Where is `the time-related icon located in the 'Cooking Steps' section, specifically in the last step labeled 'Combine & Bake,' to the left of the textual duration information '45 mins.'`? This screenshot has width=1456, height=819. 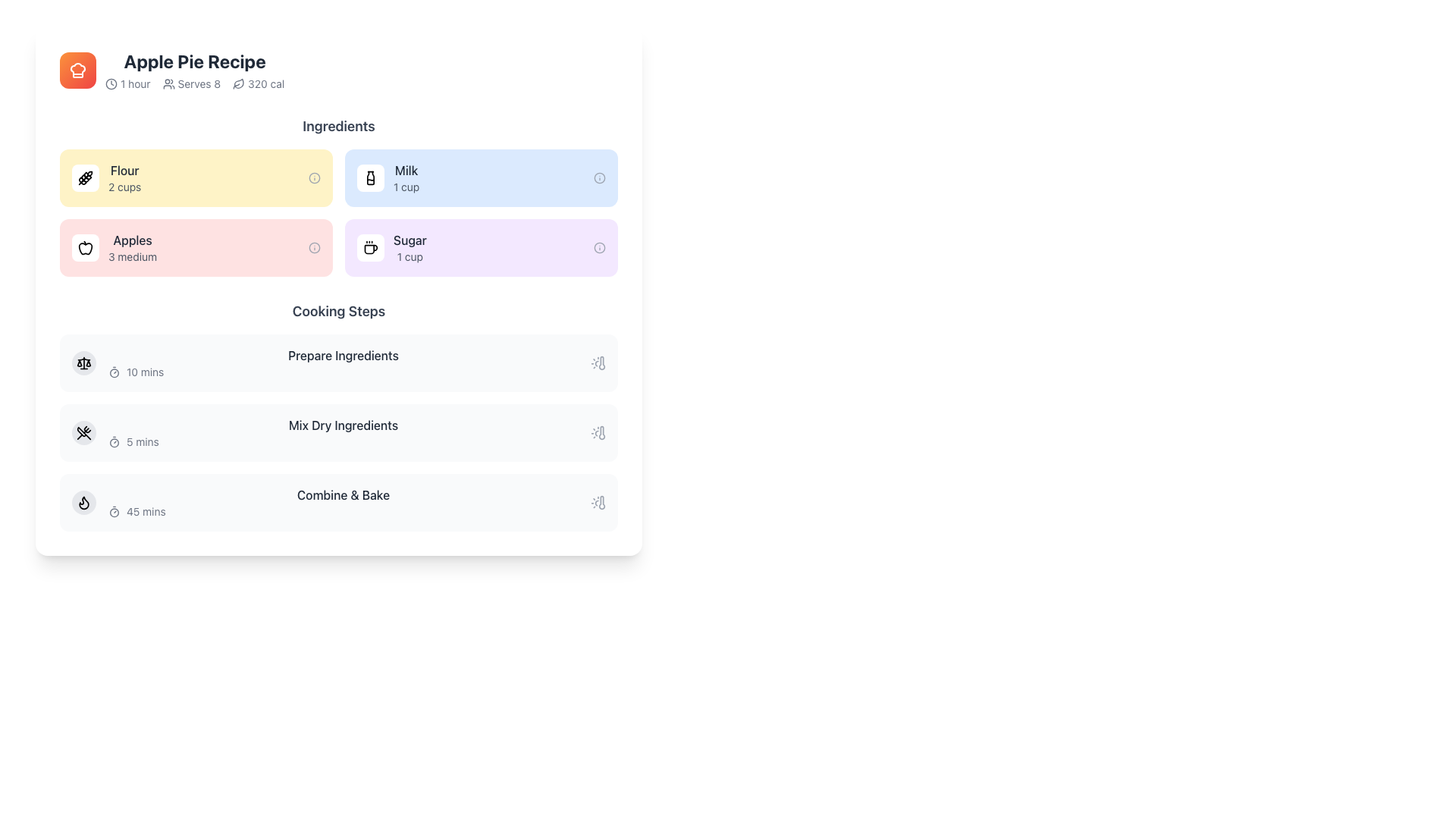 the time-related icon located in the 'Cooking Steps' section, specifically in the last step labeled 'Combine & Bake,' to the left of the textual duration information '45 mins.' is located at coordinates (113, 512).